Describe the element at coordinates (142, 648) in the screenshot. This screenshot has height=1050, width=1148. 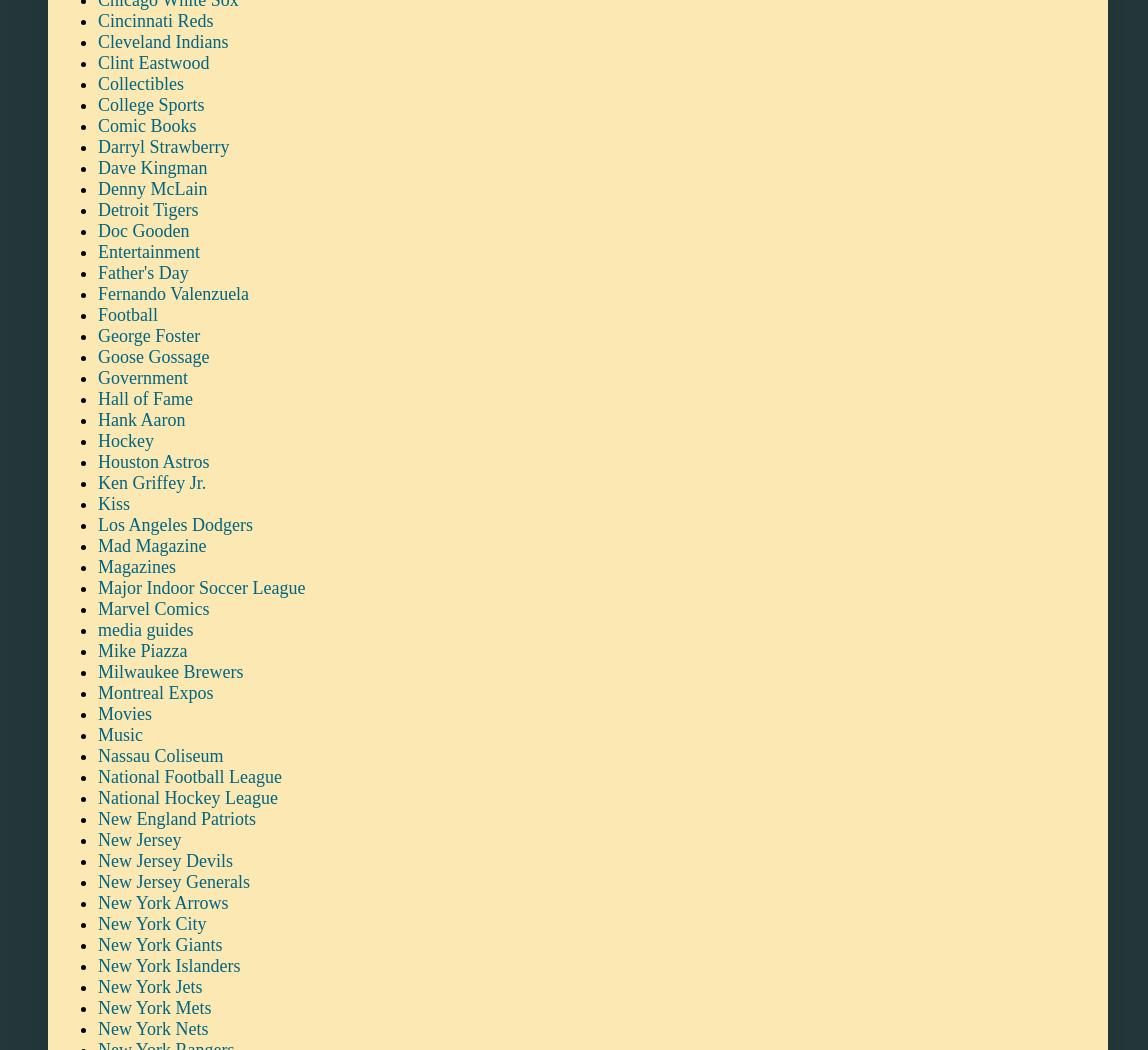
I see `'Mike Piazza'` at that location.